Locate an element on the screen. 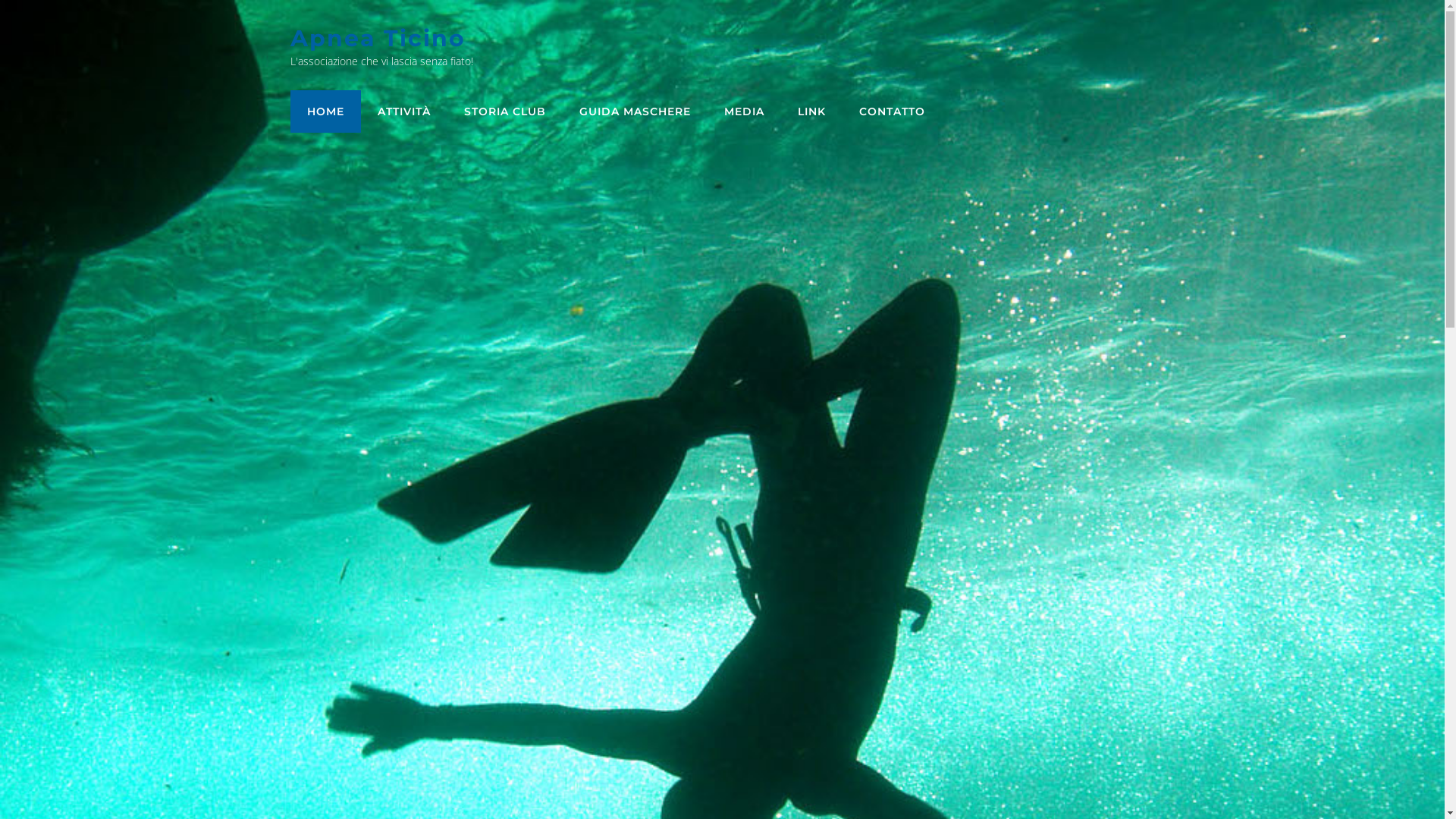 This screenshot has height=819, width=1456. 'LINK' is located at coordinates (811, 110).